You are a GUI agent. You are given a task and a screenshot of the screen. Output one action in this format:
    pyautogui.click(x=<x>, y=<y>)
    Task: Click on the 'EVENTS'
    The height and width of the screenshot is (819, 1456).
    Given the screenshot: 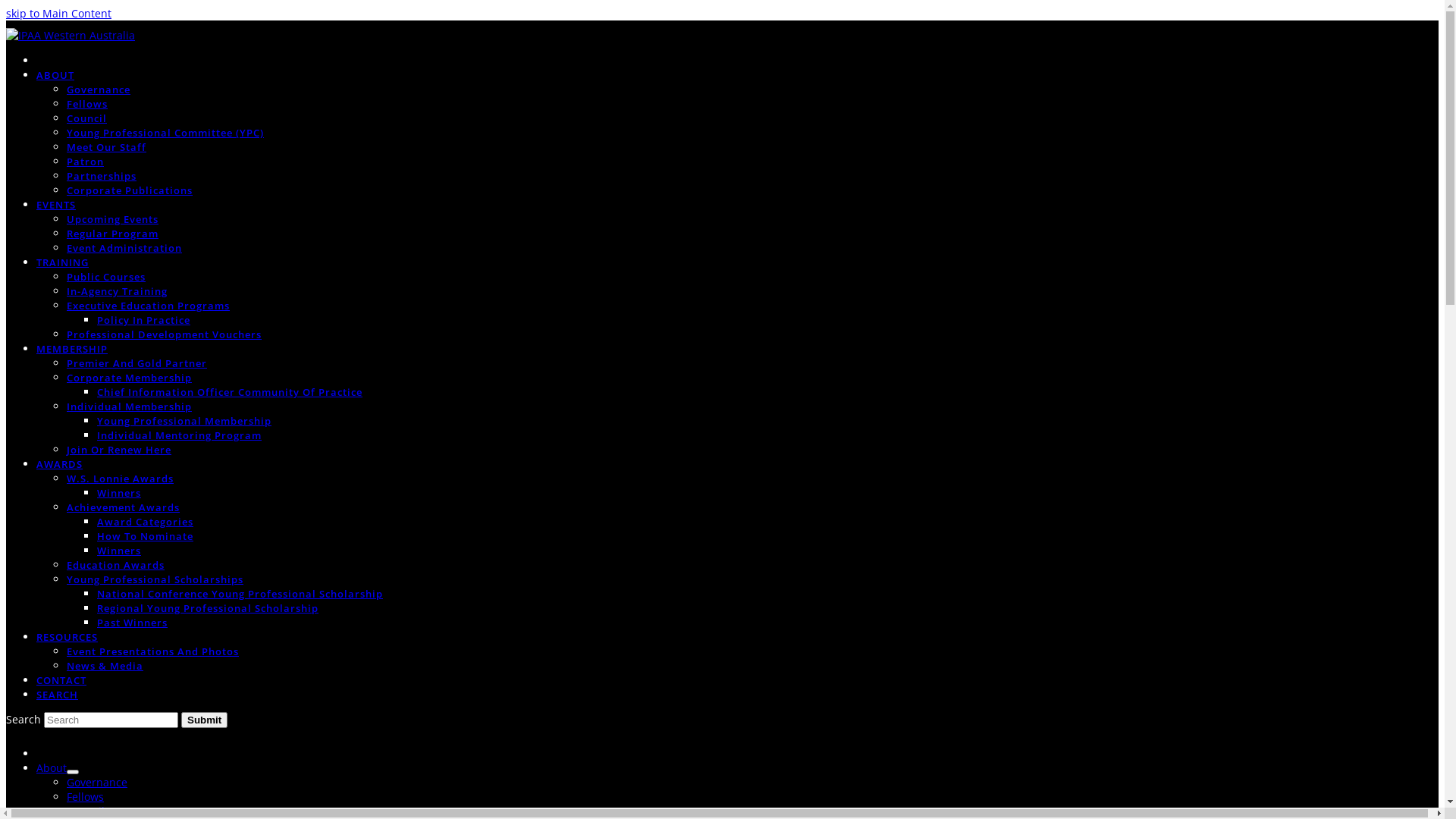 What is the action you would take?
    pyautogui.click(x=55, y=203)
    